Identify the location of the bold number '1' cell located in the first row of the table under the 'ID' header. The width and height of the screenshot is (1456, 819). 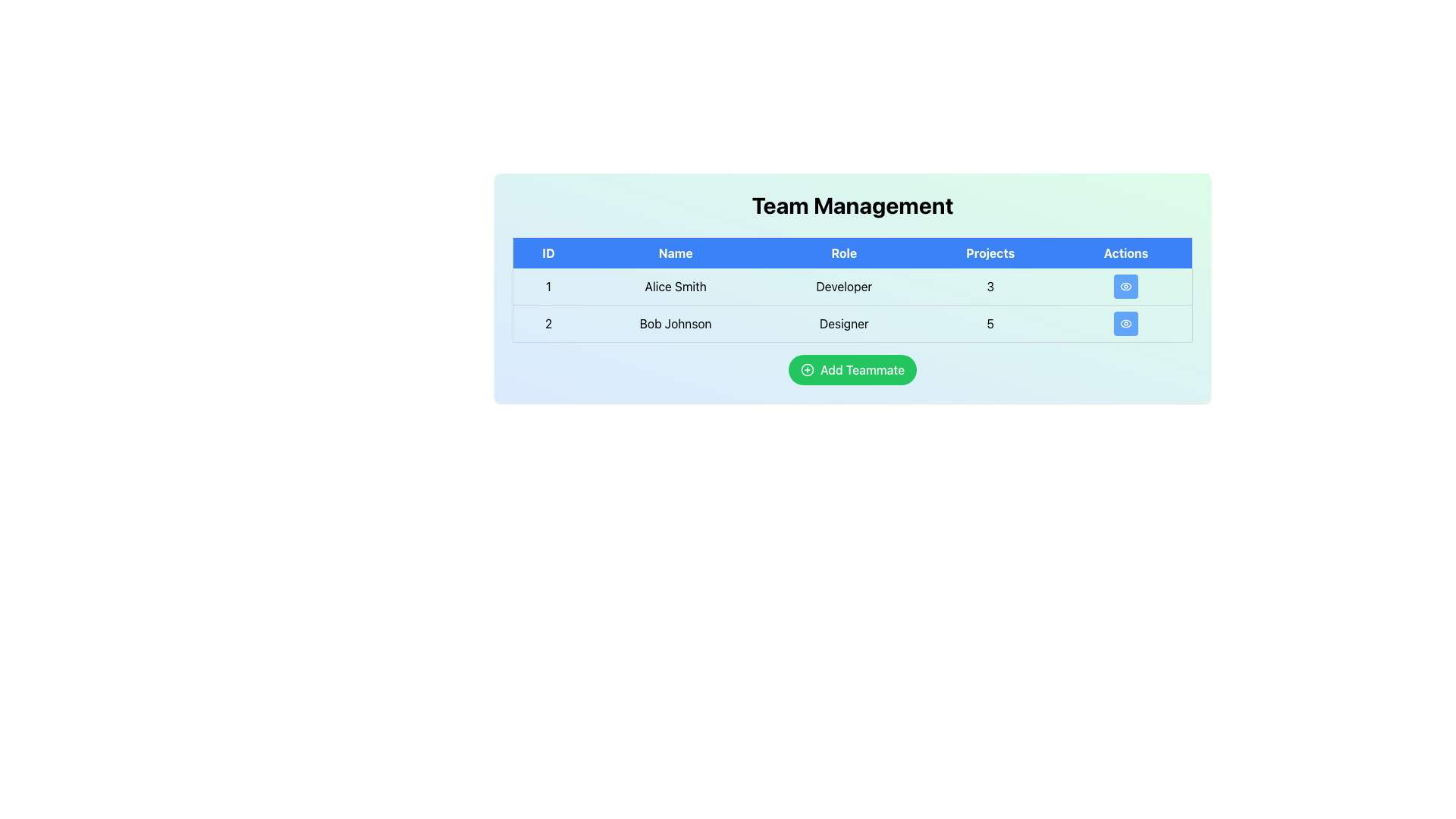
(548, 287).